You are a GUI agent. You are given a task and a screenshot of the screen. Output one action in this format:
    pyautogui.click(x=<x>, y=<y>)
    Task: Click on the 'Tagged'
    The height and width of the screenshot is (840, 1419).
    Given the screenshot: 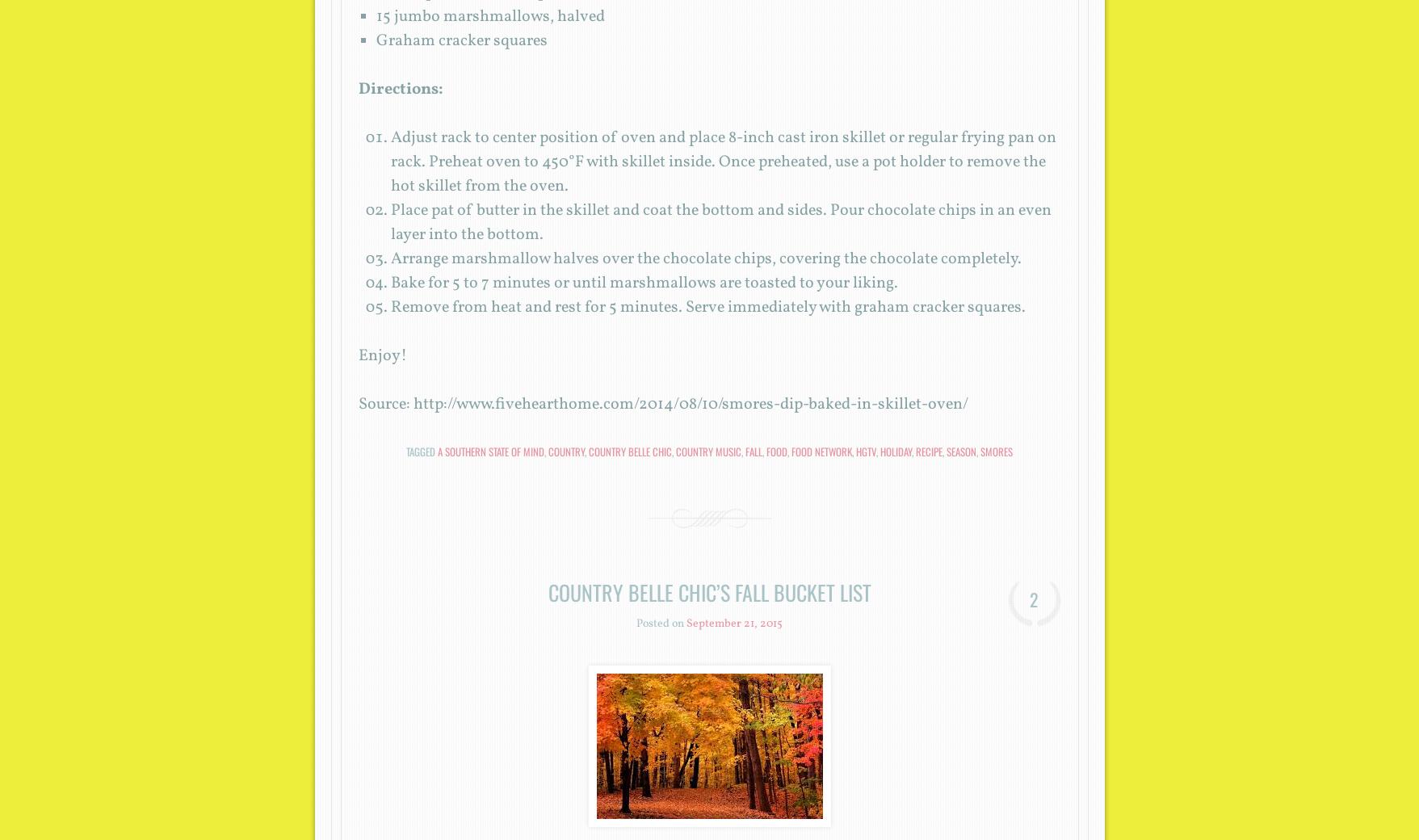 What is the action you would take?
    pyautogui.click(x=422, y=451)
    